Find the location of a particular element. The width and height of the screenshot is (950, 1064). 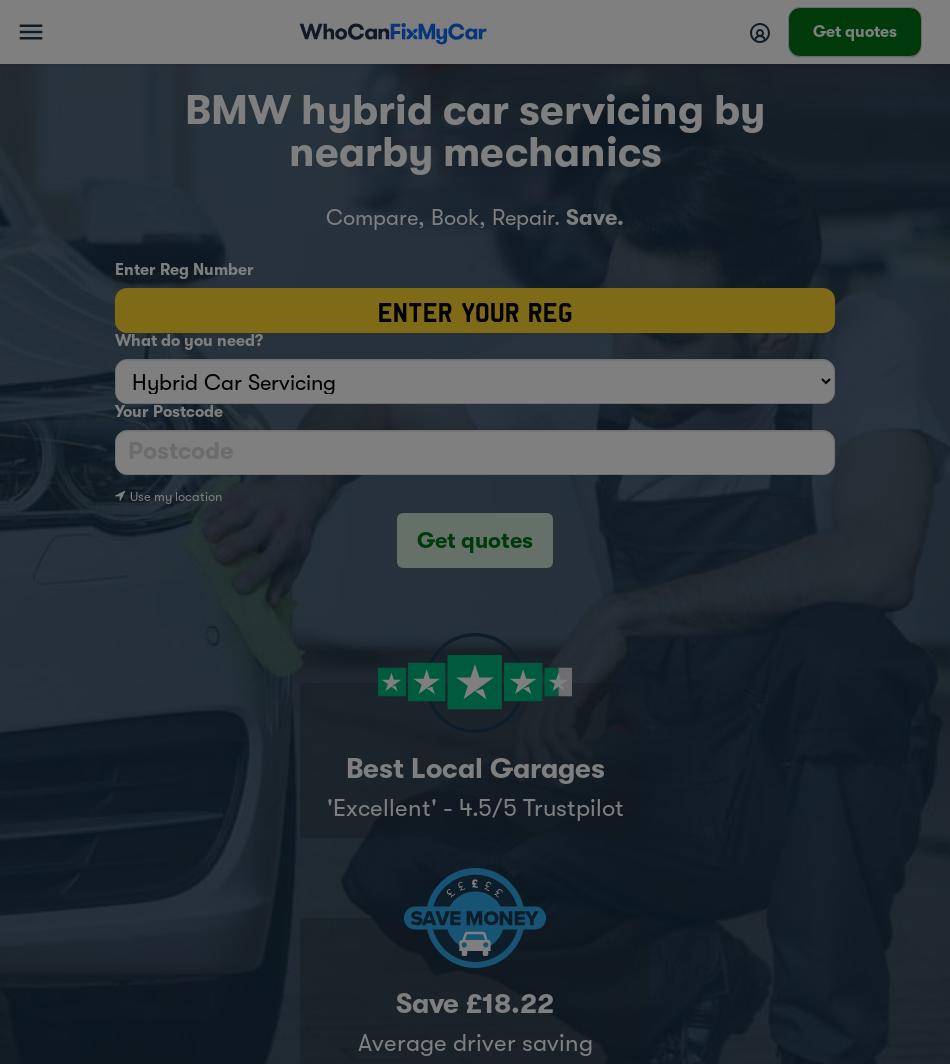

'Average driver saving' is located at coordinates (473, 1041).